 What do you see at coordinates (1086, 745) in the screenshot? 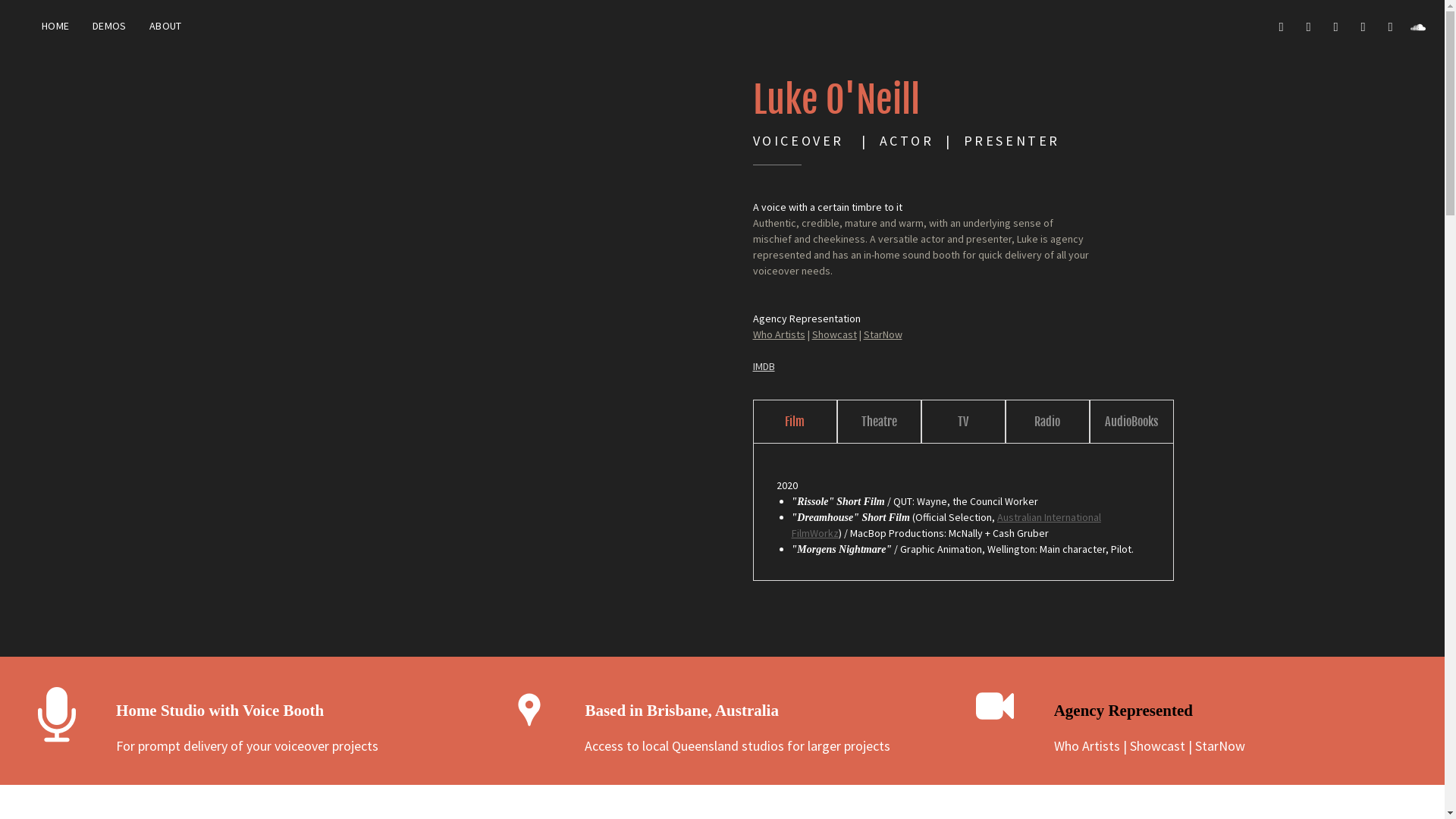
I see `'Who Artists'` at bounding box center [1086, 745].